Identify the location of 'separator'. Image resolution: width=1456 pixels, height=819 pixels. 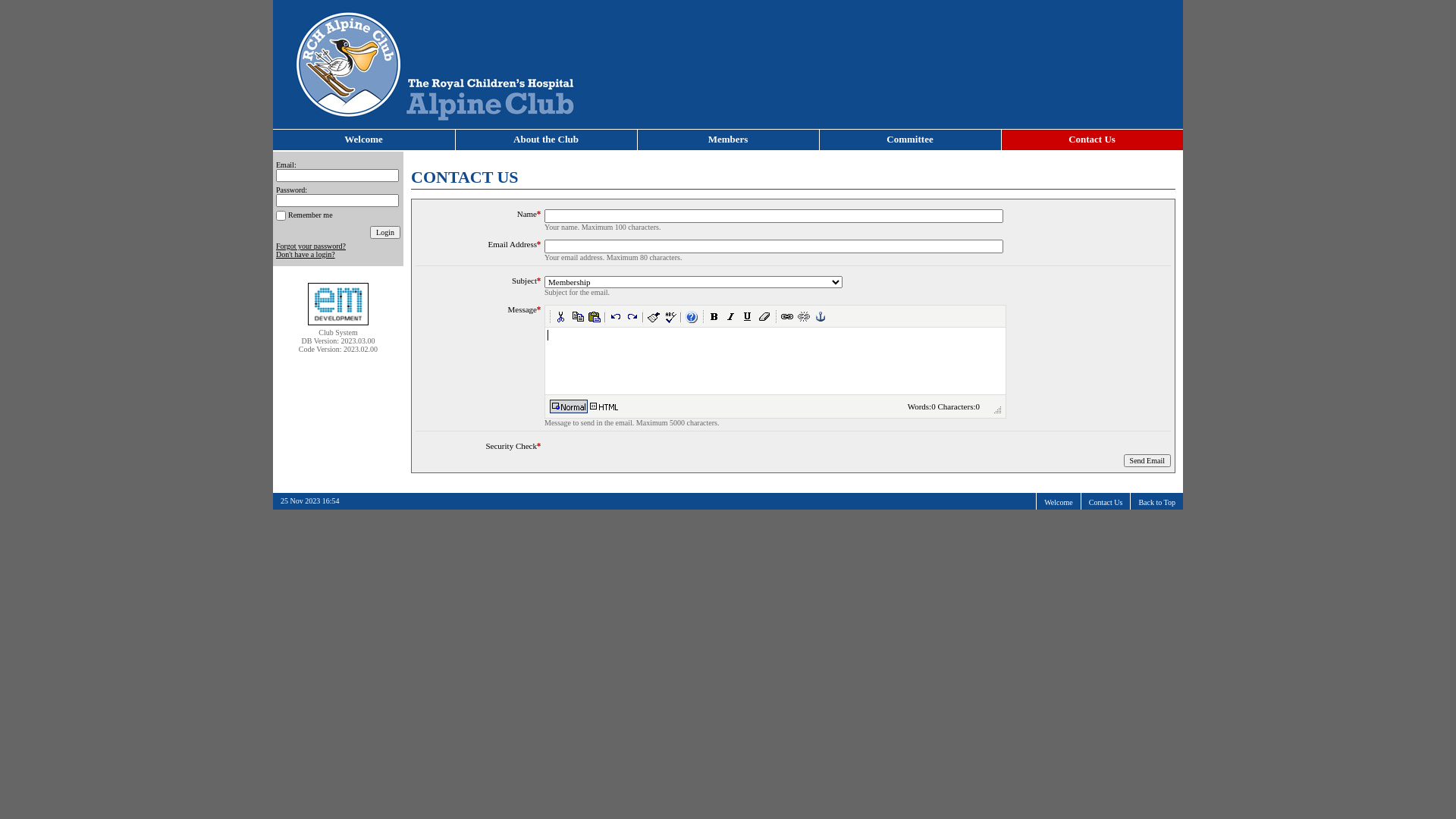
(679, 315).